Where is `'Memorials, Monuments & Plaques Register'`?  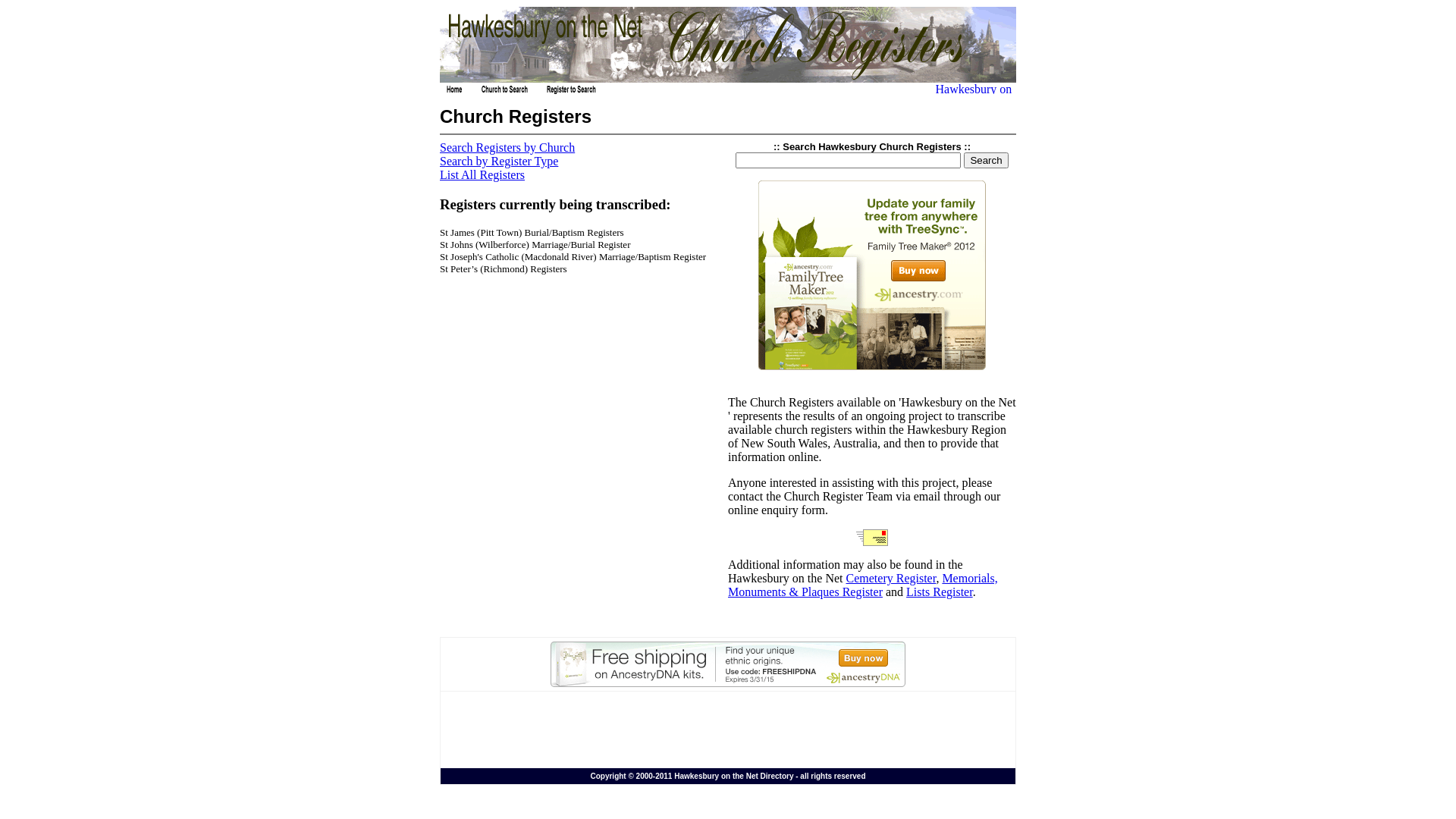 'Memorials, Monuments & Plaques Register' is located at coordinates (862, 584).